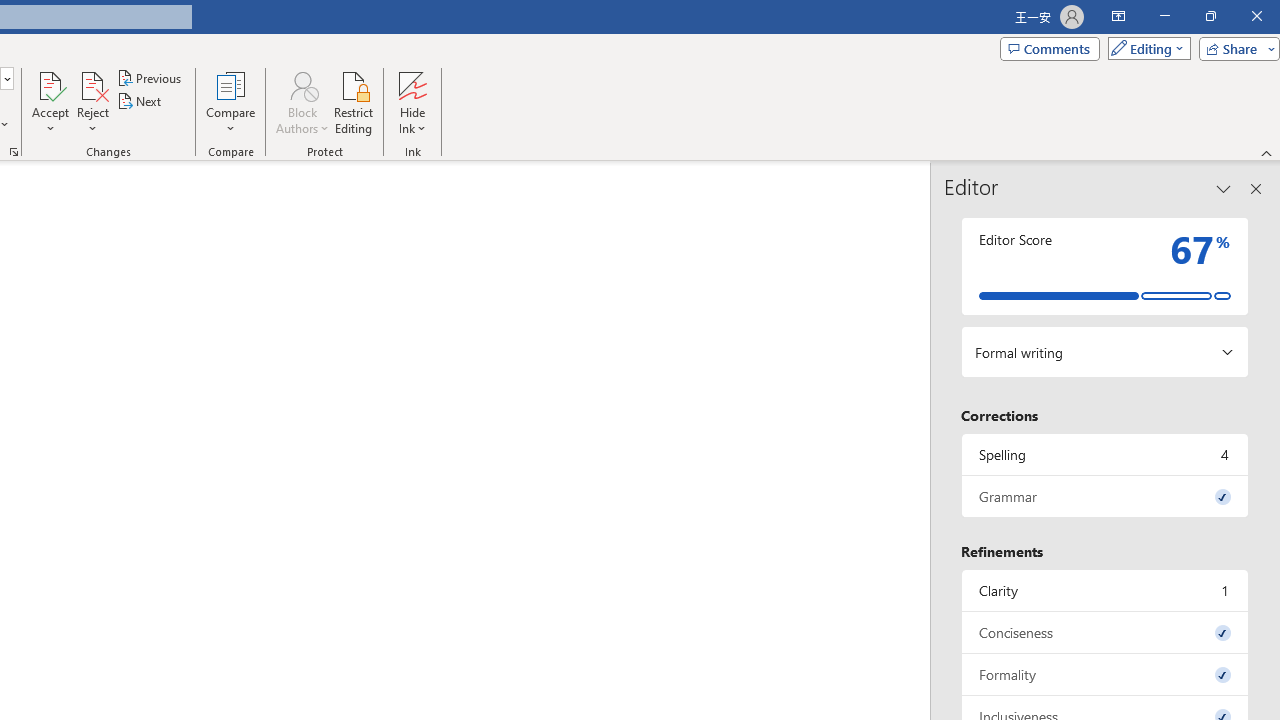 This screenshot has width=1280, height=720. What do you see at coordinates (231, 103) in the screenshot?
I see `'Compare'` at bounding box center [231, 103].